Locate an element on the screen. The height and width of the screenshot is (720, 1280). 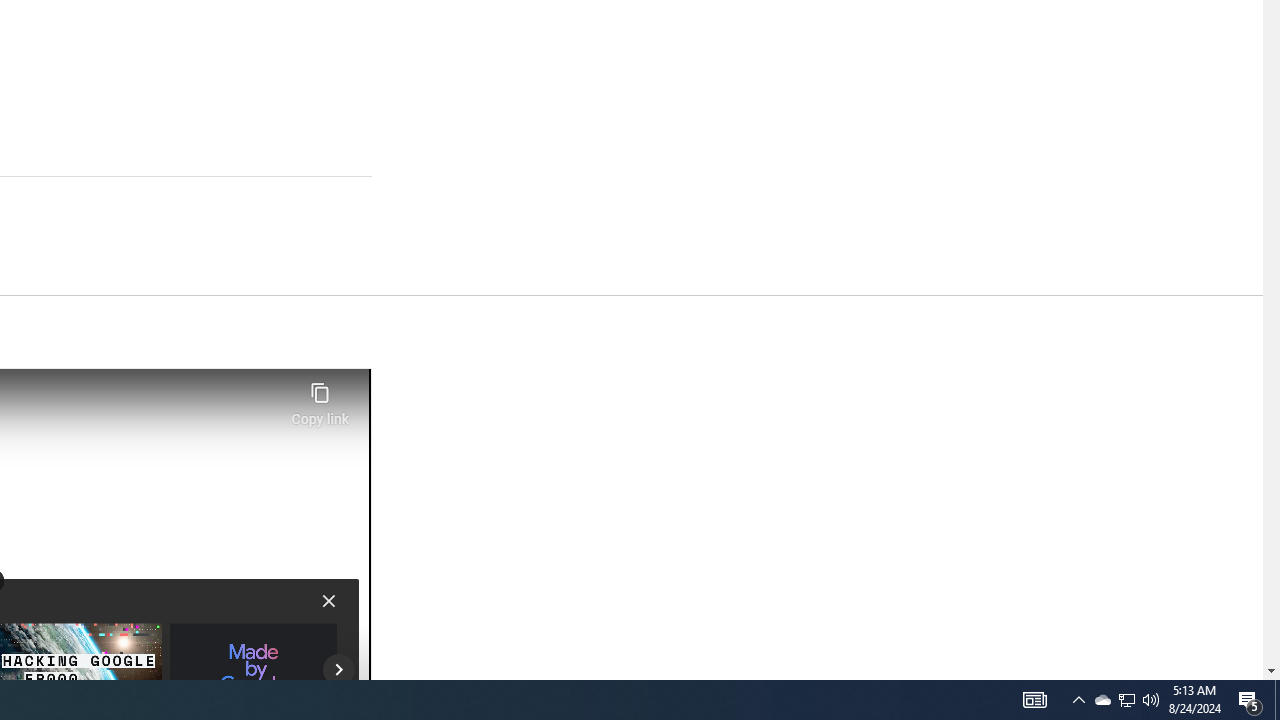
'Show more suggested videos' is located at coordinates (338, 669).